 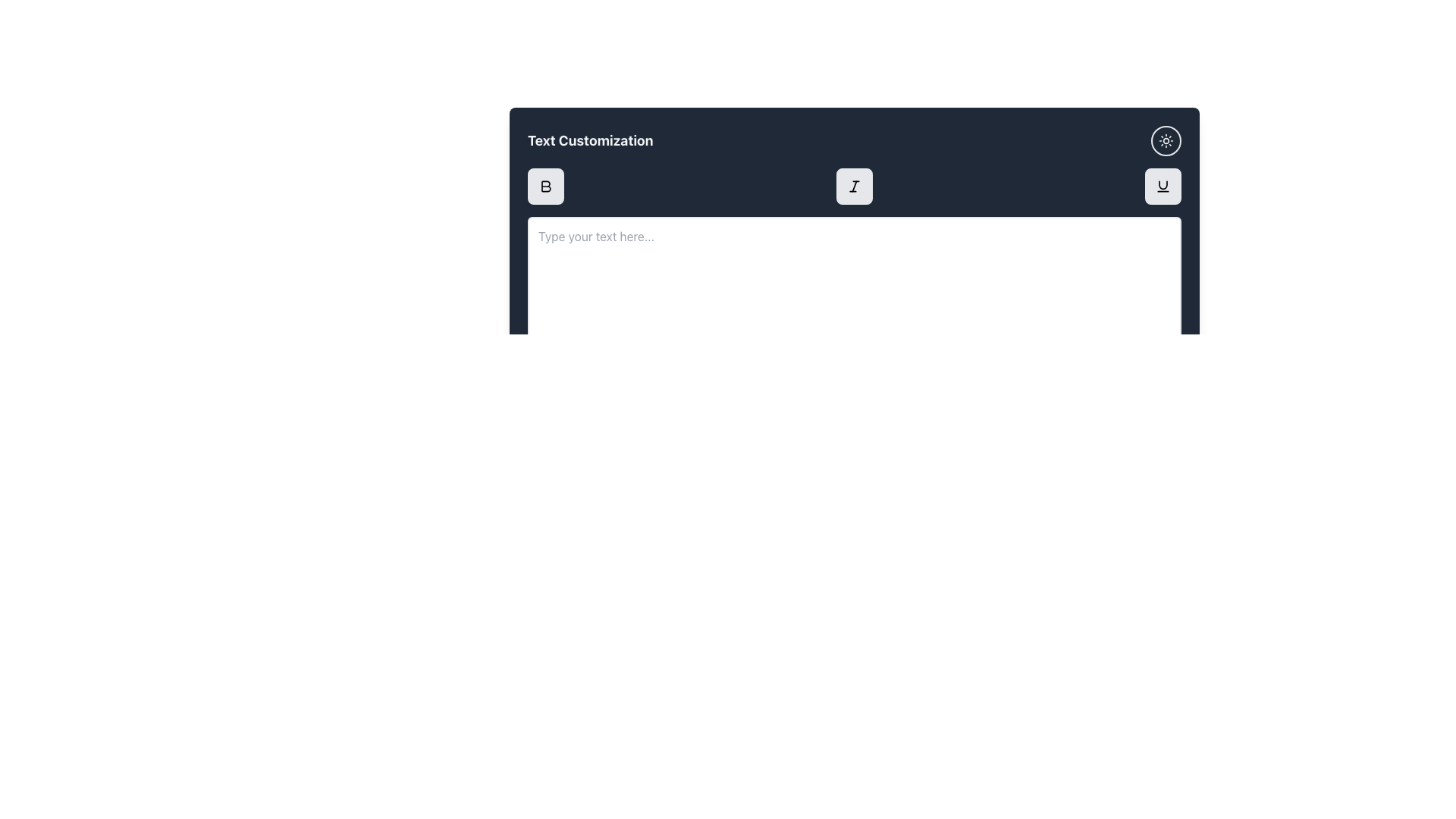 I want to click on the toggle italic button, the second button in the row below 'Text Customization', to apply or remove italic formatting on selected text, so click(x=855, y=186).